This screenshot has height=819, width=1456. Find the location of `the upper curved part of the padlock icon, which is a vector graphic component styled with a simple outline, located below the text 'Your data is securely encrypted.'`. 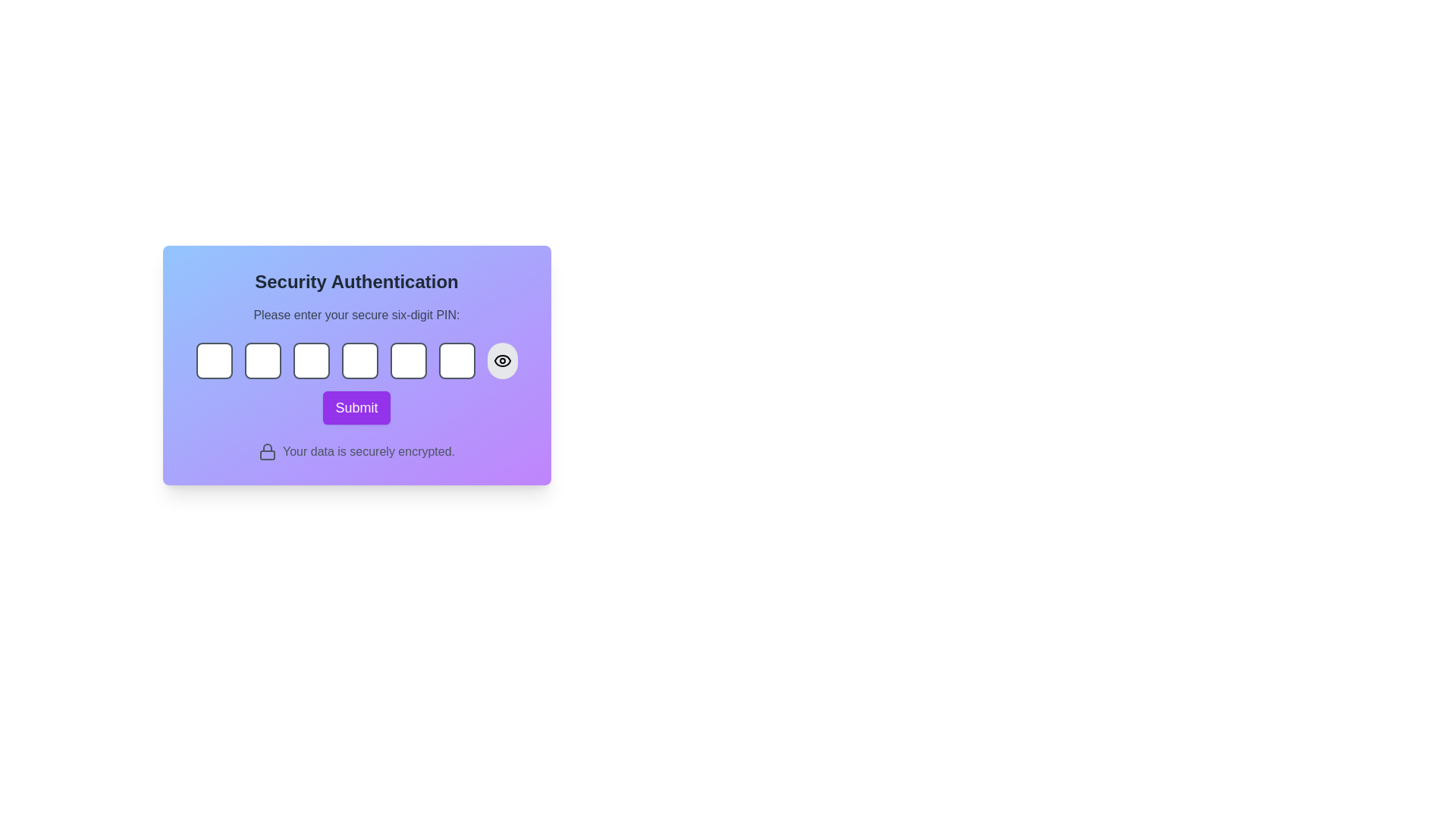

the upper curved part of the padlock icon, which is a vector graphic component styled with a simple outline, located below the text 'Your data is securely encrypted.' is located at coordinates (267, 447).